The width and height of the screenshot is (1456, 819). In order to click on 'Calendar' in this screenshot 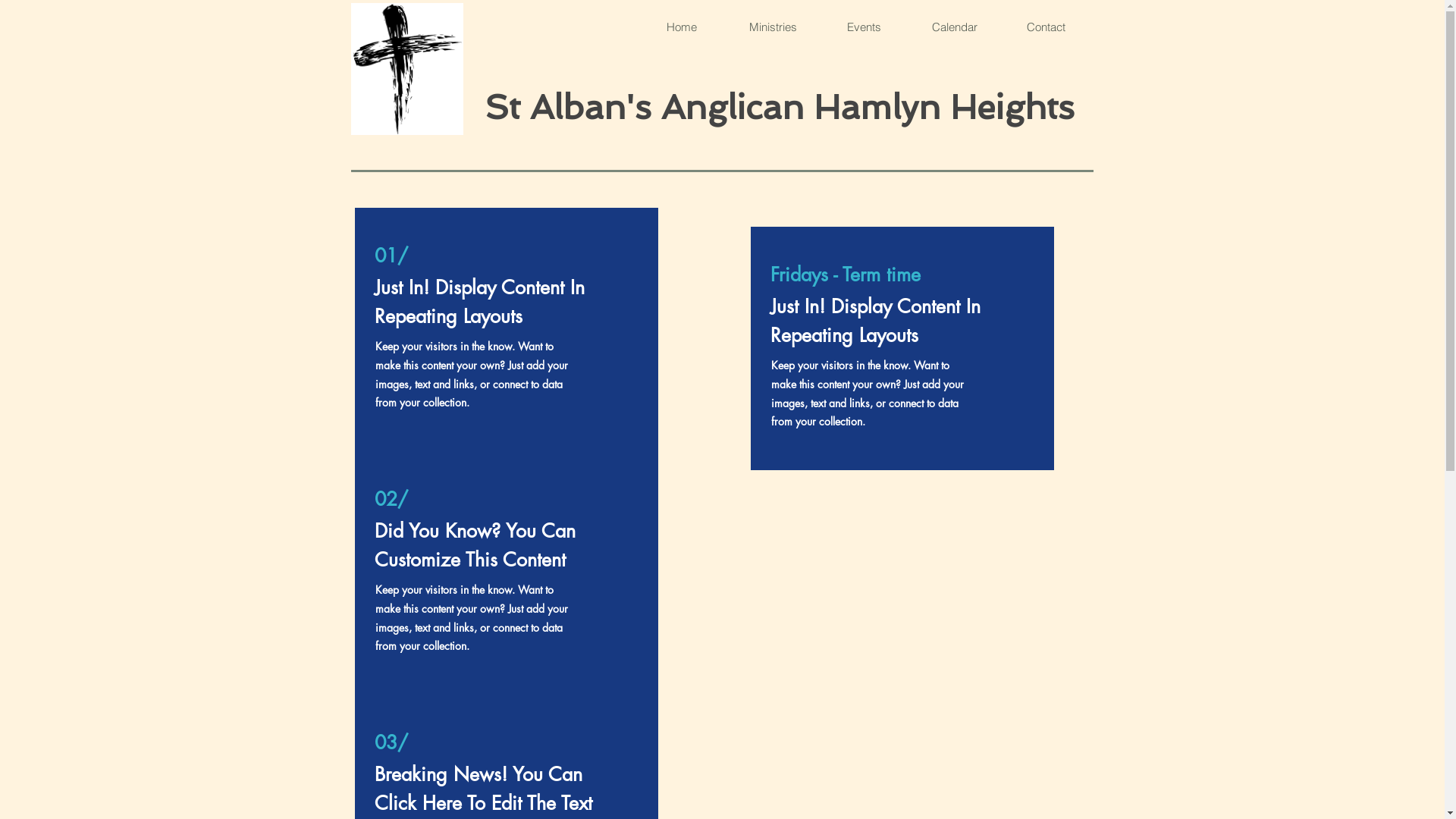, I will do `click(952, 27)`.